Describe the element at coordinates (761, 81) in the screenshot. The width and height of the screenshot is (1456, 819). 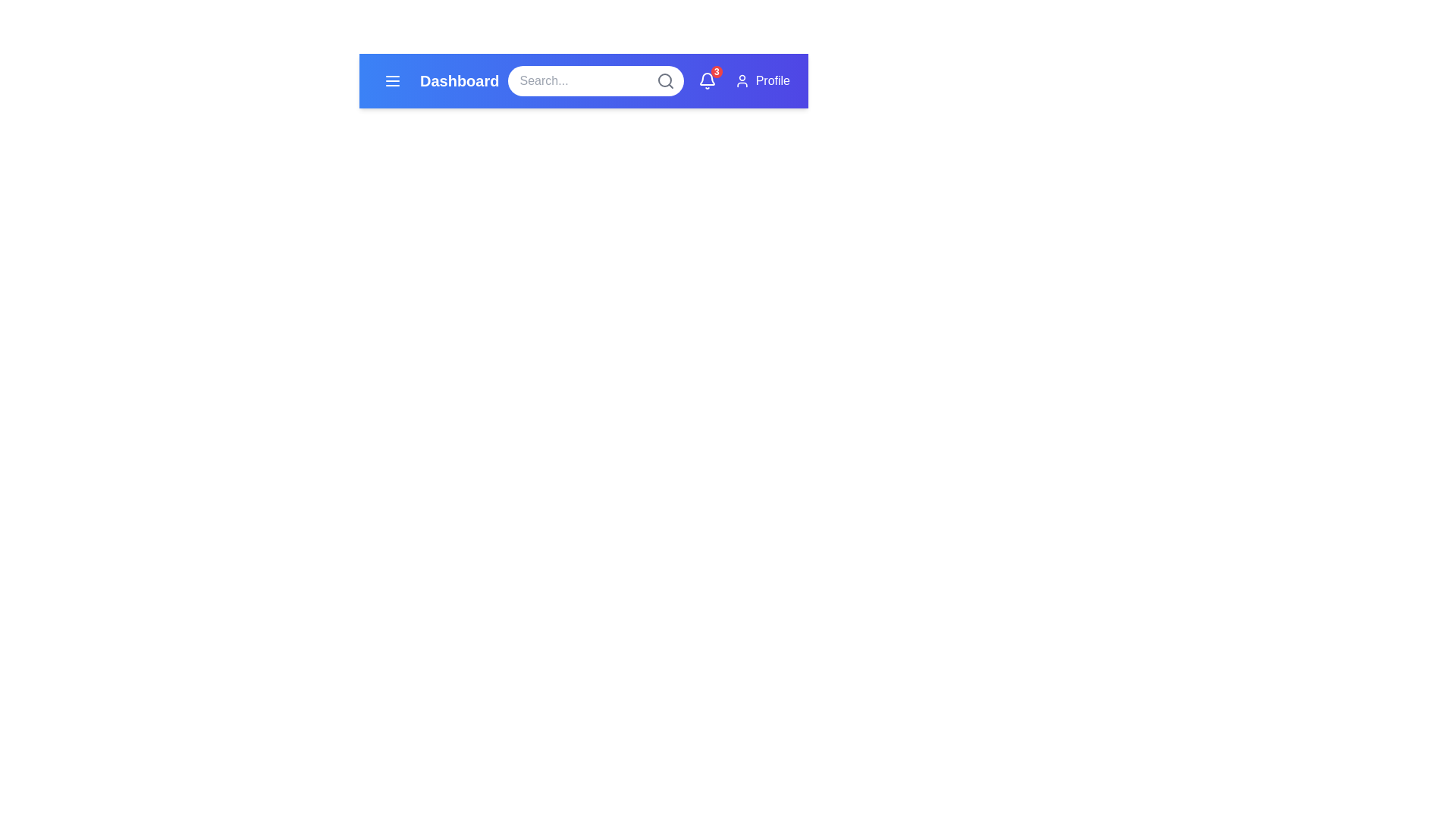
I see `the button located at the far-right side of the navigation bar that serves as a navigation link to the profile page or profile-related options, which is adjacent to the notification bell icon` at that location.